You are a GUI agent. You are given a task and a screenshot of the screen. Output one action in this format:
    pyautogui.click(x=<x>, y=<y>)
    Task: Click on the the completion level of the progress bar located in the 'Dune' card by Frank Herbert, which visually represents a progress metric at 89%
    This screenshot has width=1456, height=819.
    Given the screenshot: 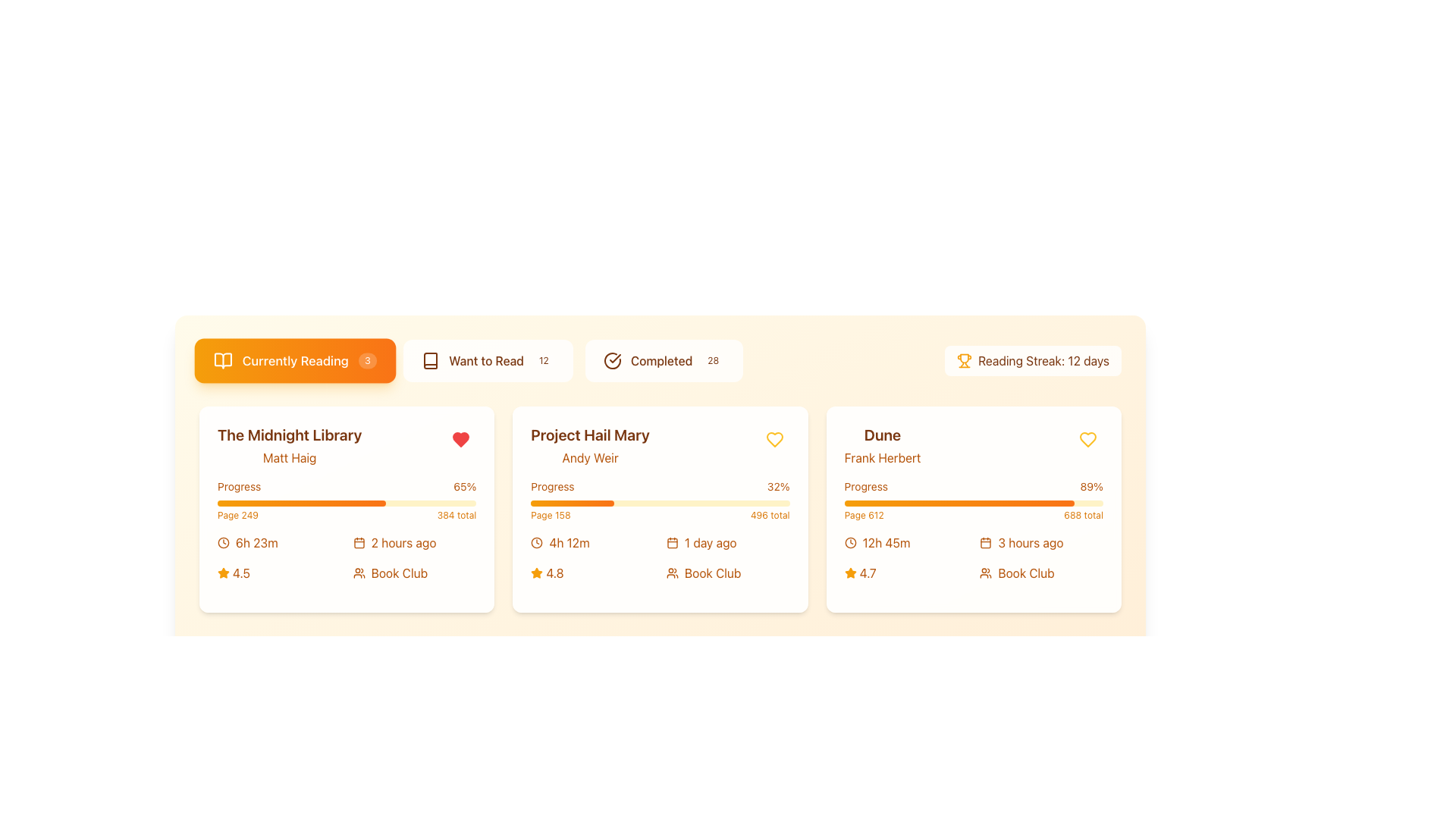 What is the action you would take?
    pyautogui.click(x=974, y=503)
    